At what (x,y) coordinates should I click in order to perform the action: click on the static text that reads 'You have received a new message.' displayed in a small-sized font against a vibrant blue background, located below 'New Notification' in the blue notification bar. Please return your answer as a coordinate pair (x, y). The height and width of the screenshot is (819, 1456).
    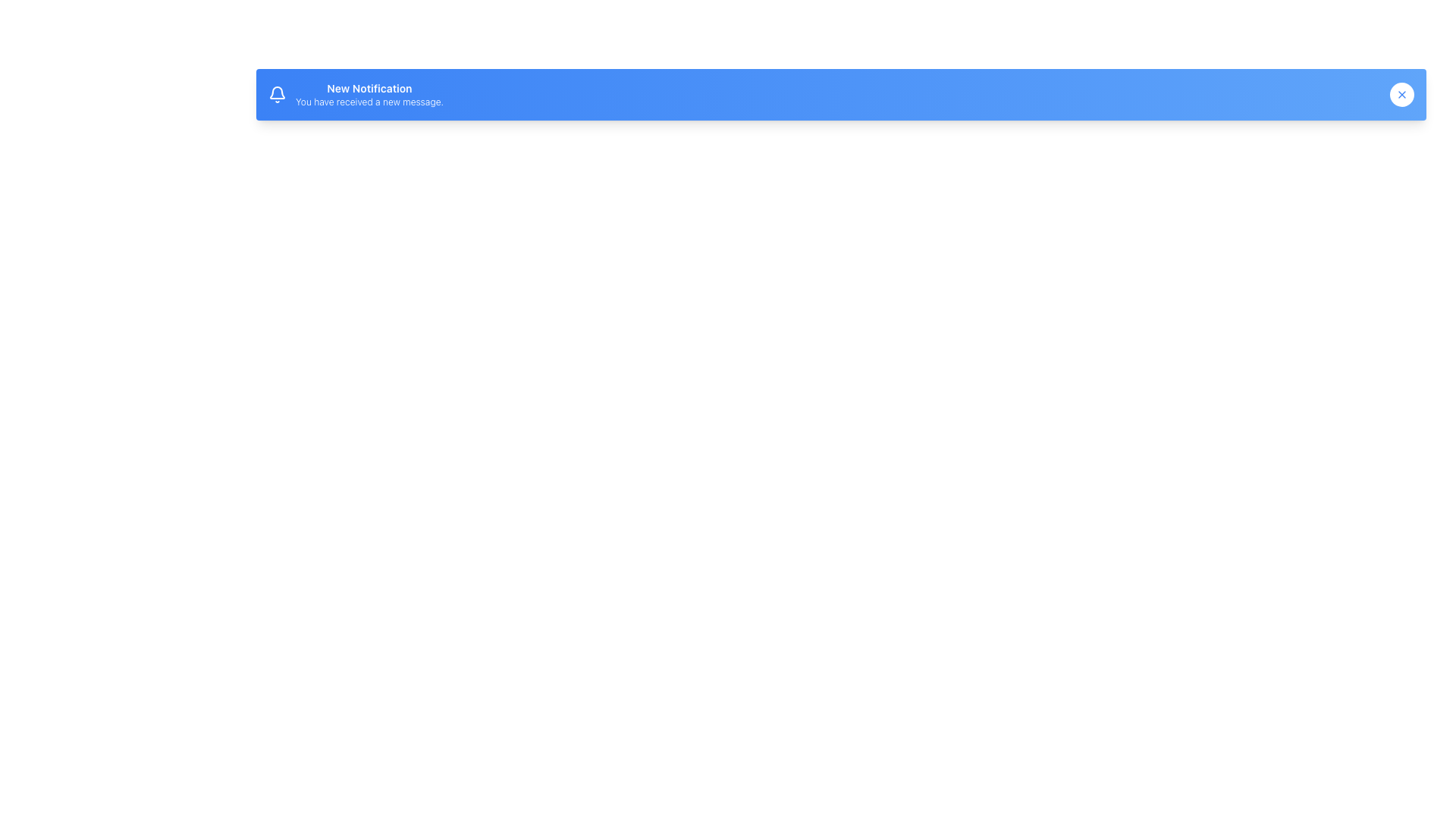
    Looking at the image, I should click on (369, 102).